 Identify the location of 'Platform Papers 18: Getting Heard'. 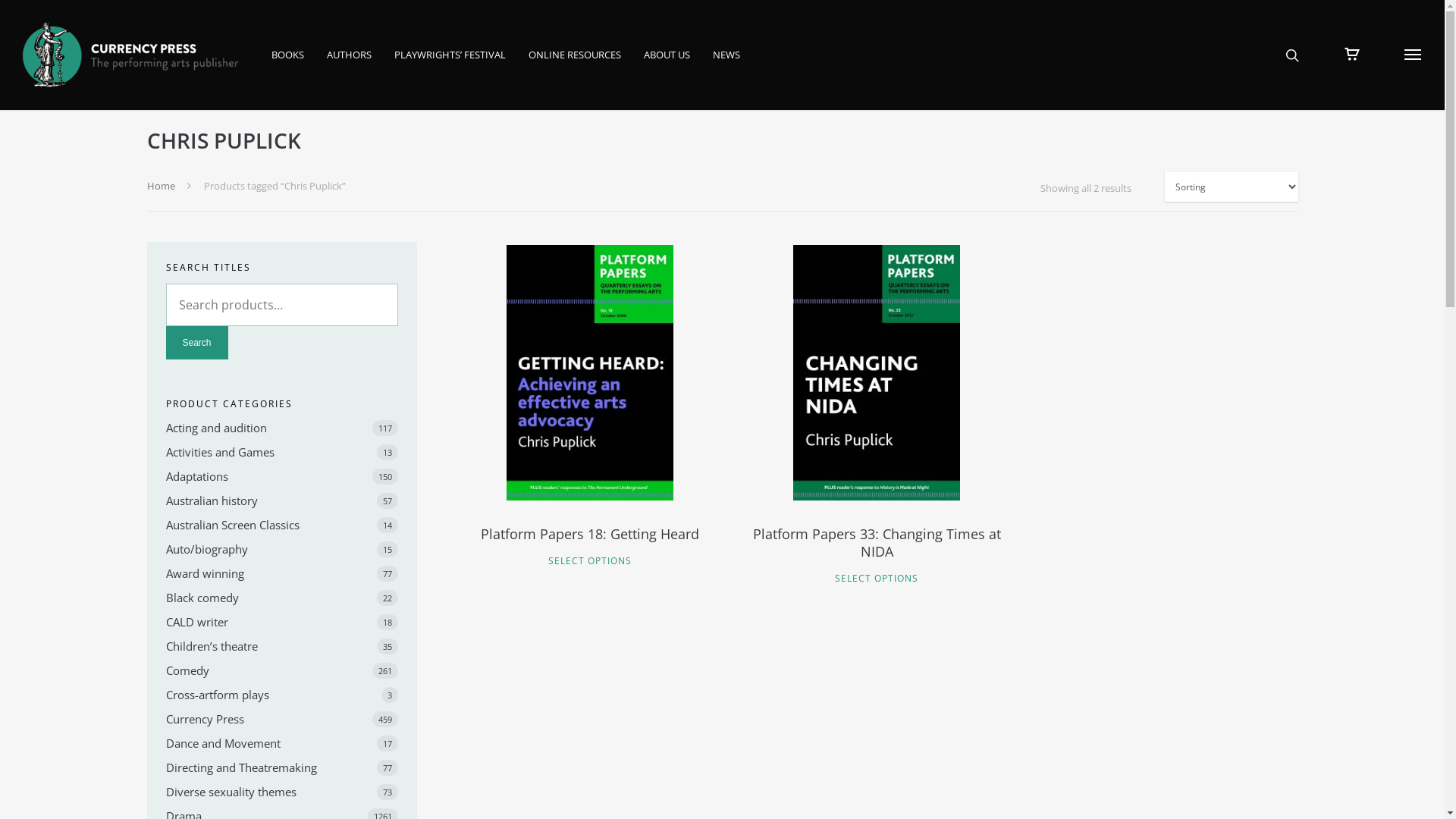
(589, 542).